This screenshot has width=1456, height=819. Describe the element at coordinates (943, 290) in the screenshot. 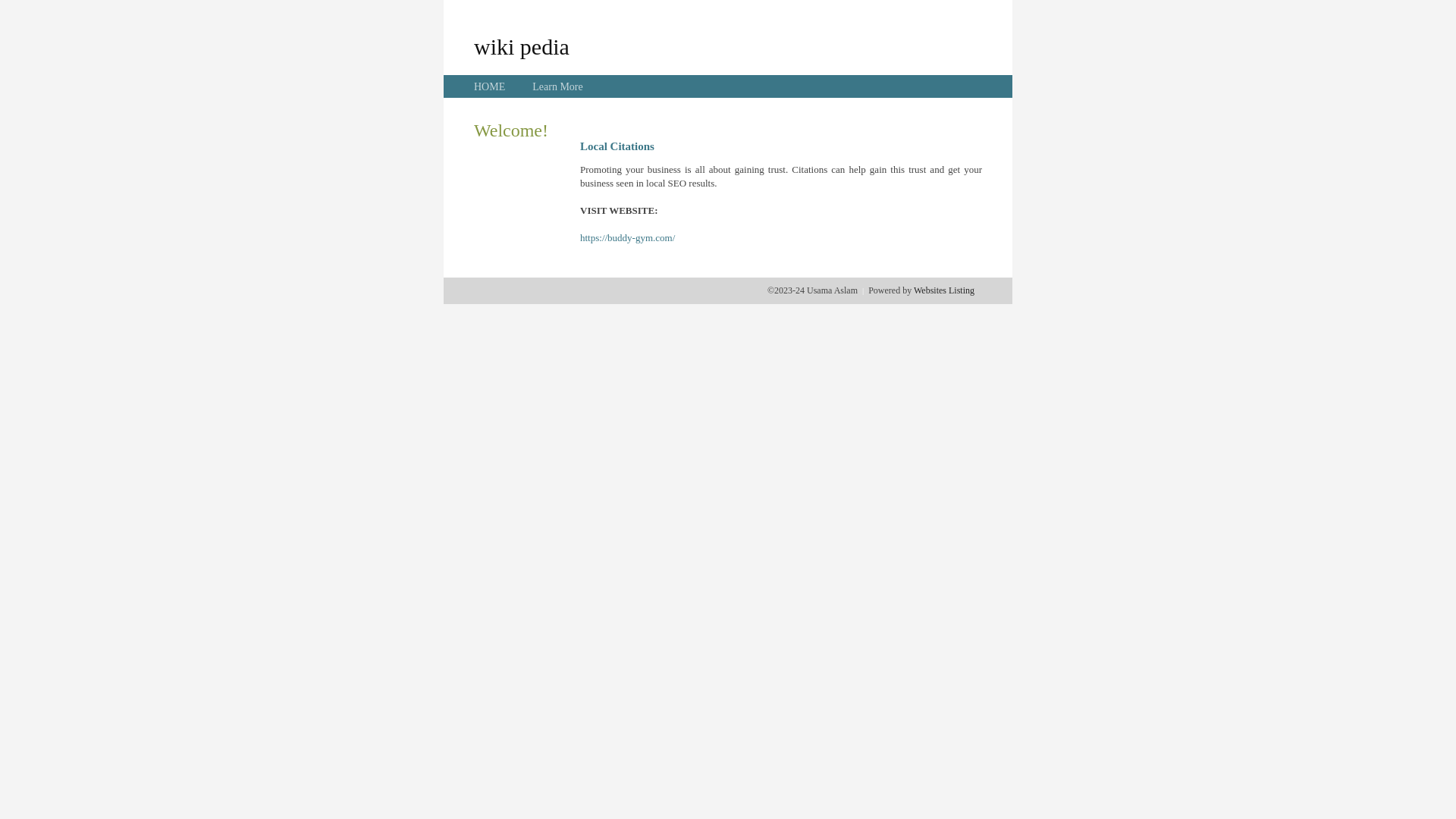

I see `'Websites Listing'` at that location.